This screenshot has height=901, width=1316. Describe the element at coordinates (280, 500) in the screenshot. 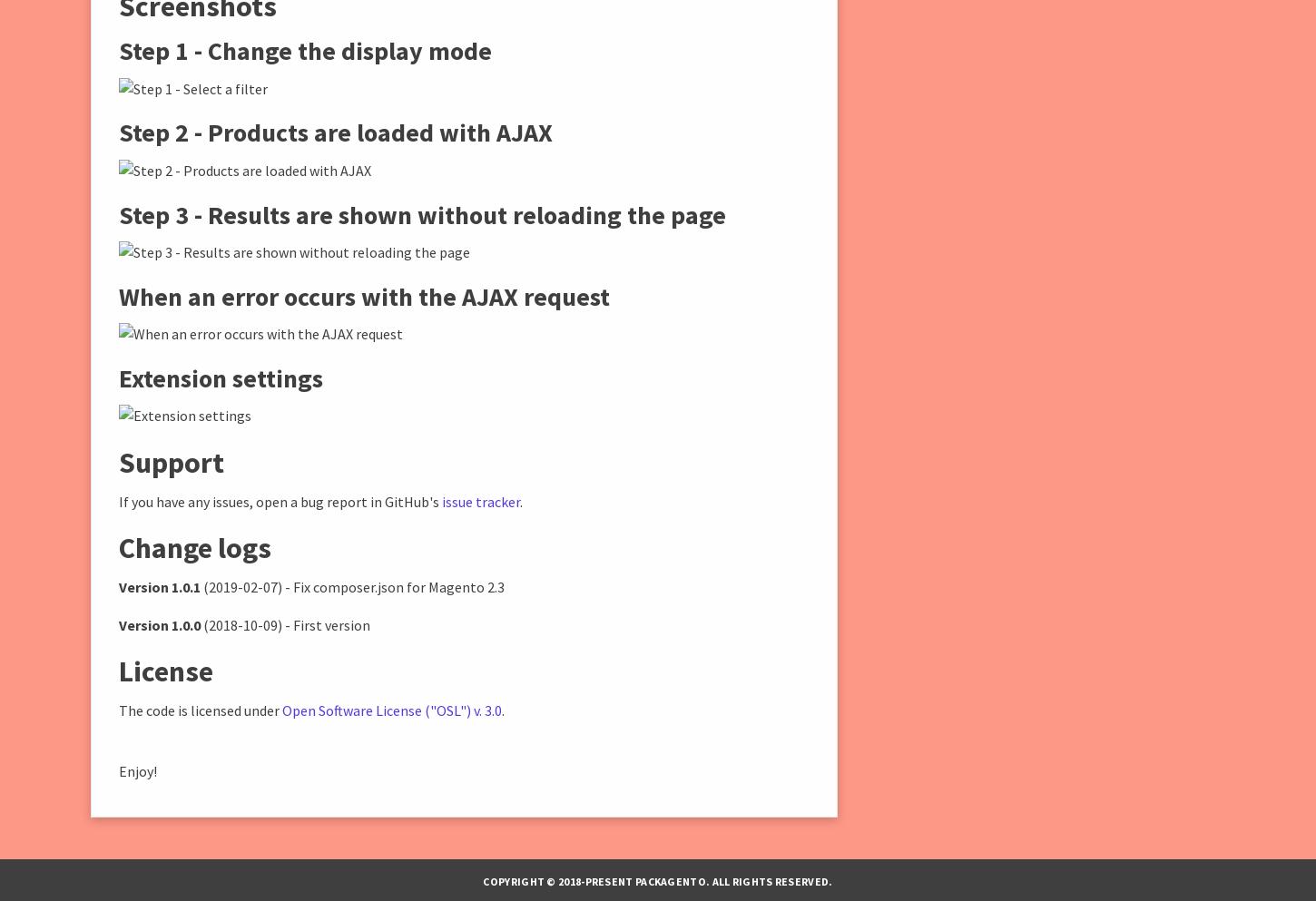

I see `'If you have any issues, open a bug report in GitHub's'` at that location.